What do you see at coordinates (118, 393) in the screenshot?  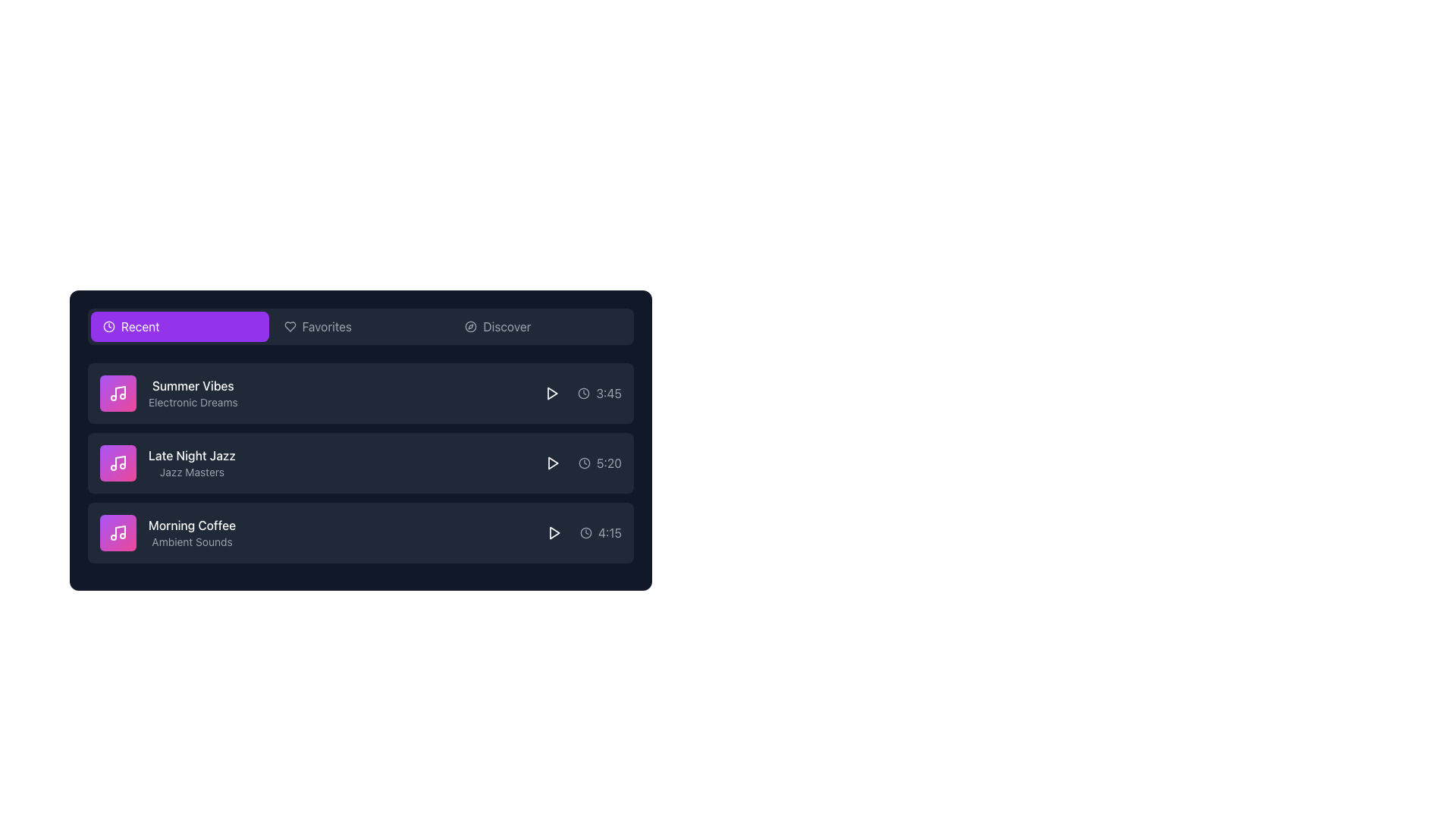 I see `the decorative image representing the music track 'Summer Vibes', which is located on the left side of the first list item in a vertical list of music tracks` at bounding box center [118, 393].